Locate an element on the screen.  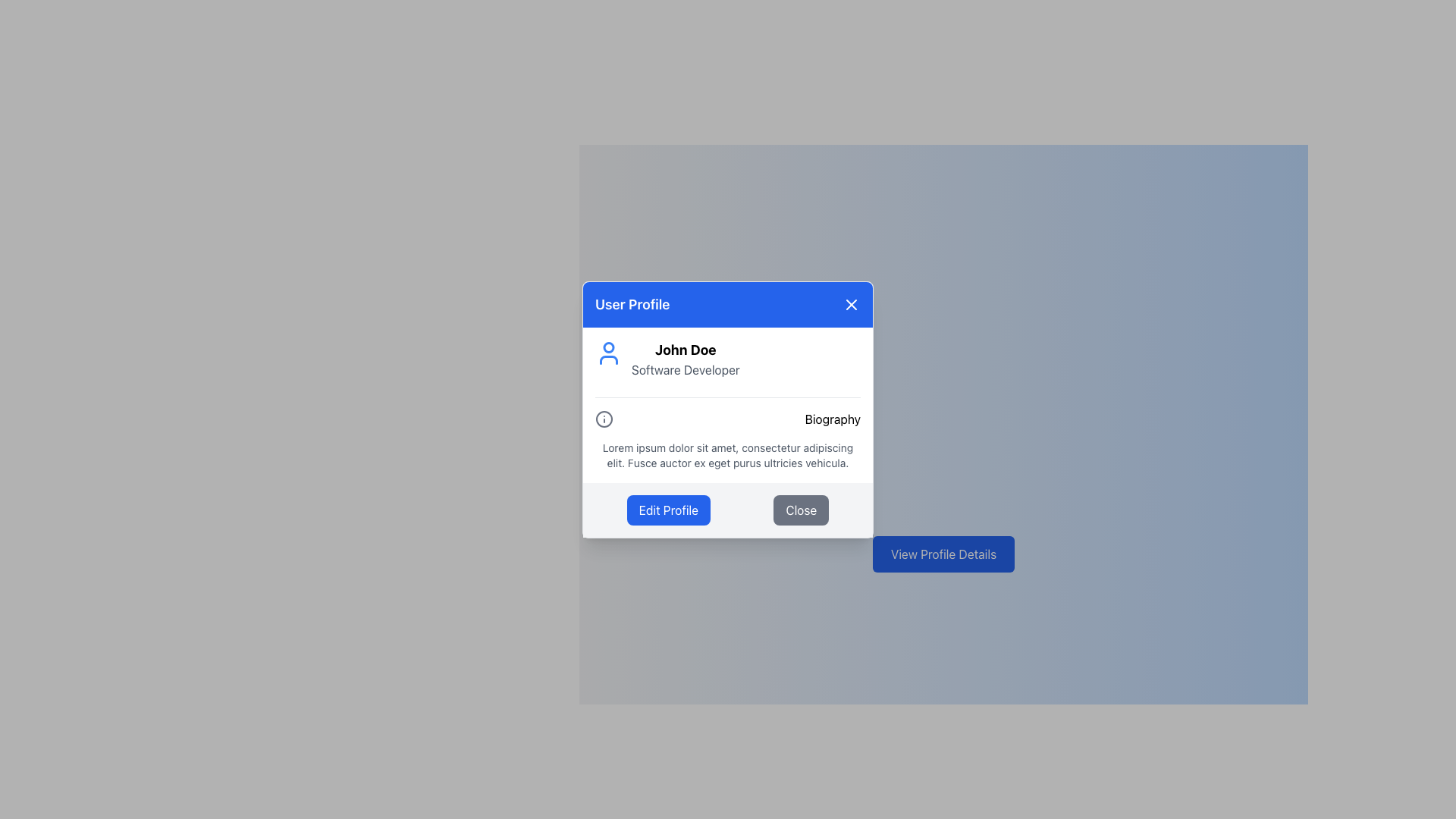
the 'Close' button with rounded corners and a grey background, located in the footer of the modal is located at coordinates (800, 510).